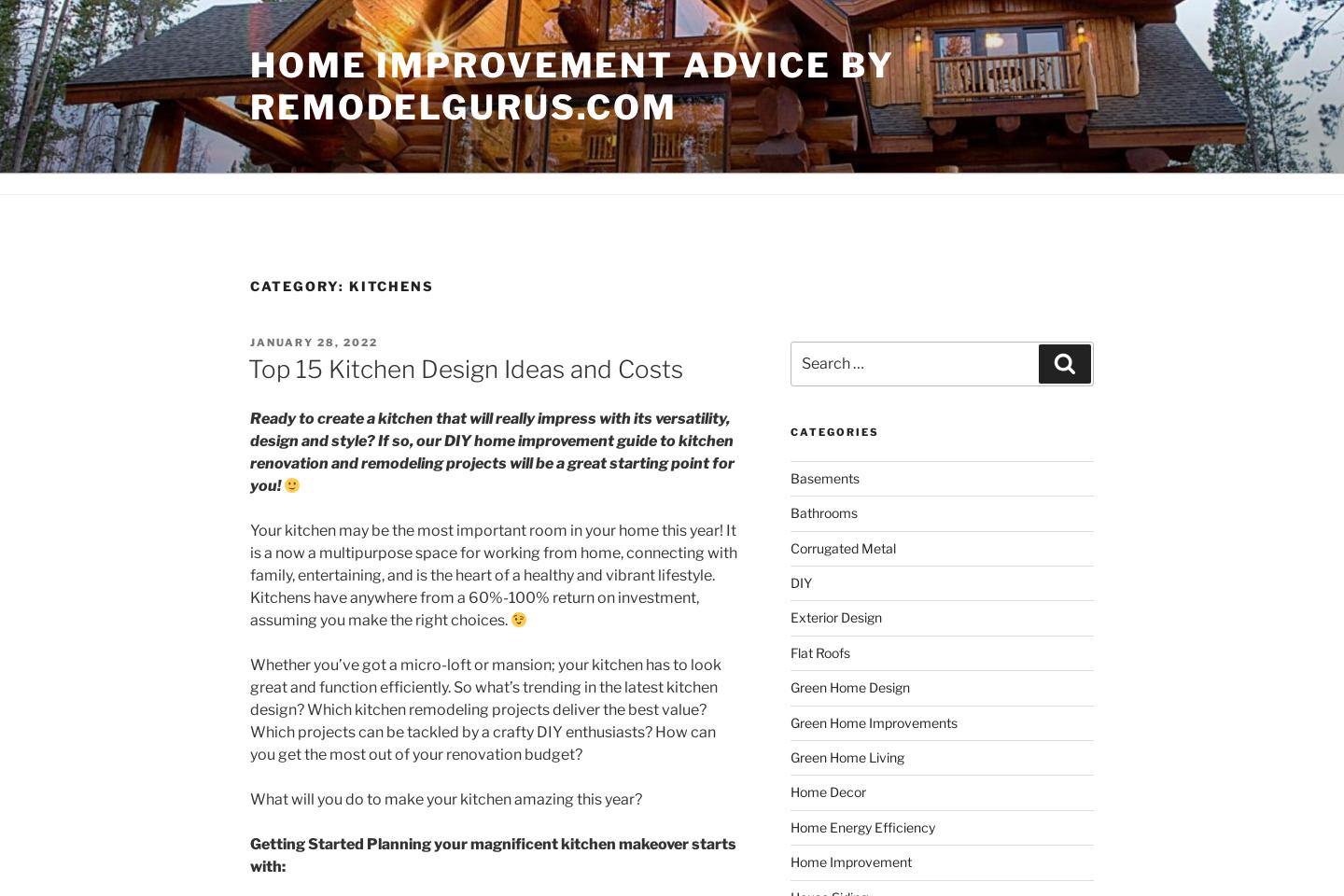 Image resolution: width=1344 pixels, height=896 pixels. Describe the element at coordinates (861, 825) in the screenshot. I see `'Home Energy Efficiency'` at that location.